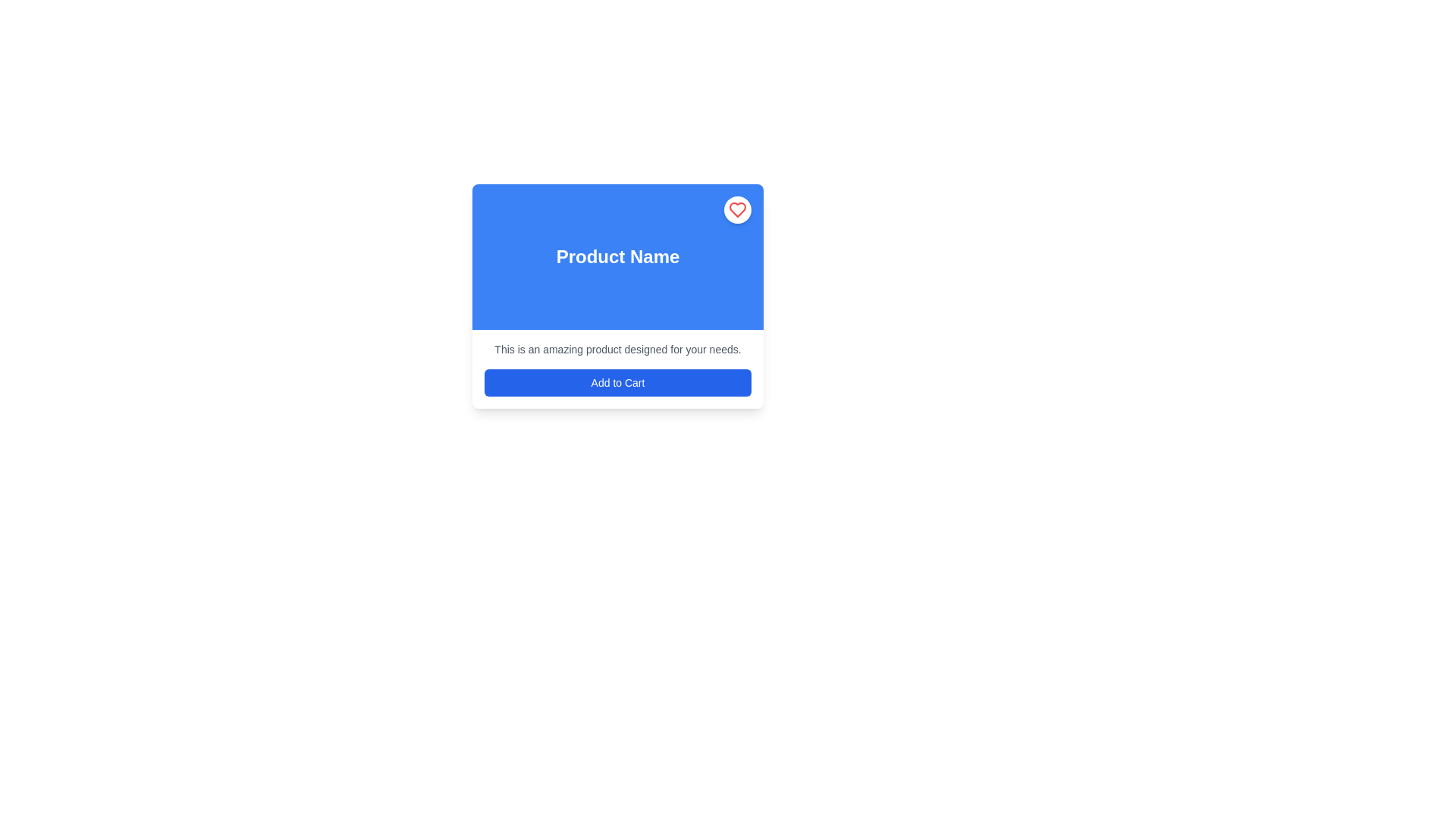  What do you see at coordinates (738, 210) in the screenshot?
I see `the favorite icon located at the top-right corner of the blue card interface labeled 'Product Name' to interact with the feature it represents` at bounding box center [738, 210].